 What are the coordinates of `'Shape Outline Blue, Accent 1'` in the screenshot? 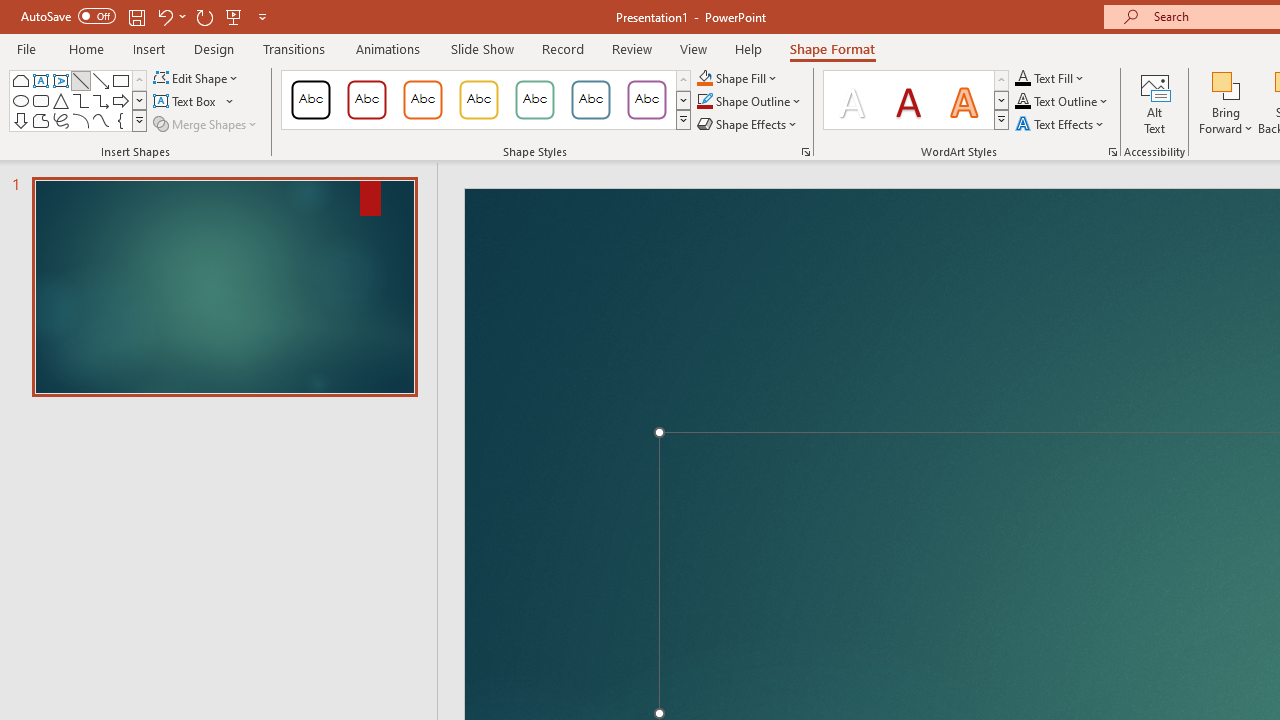 It's located at (704, 101).